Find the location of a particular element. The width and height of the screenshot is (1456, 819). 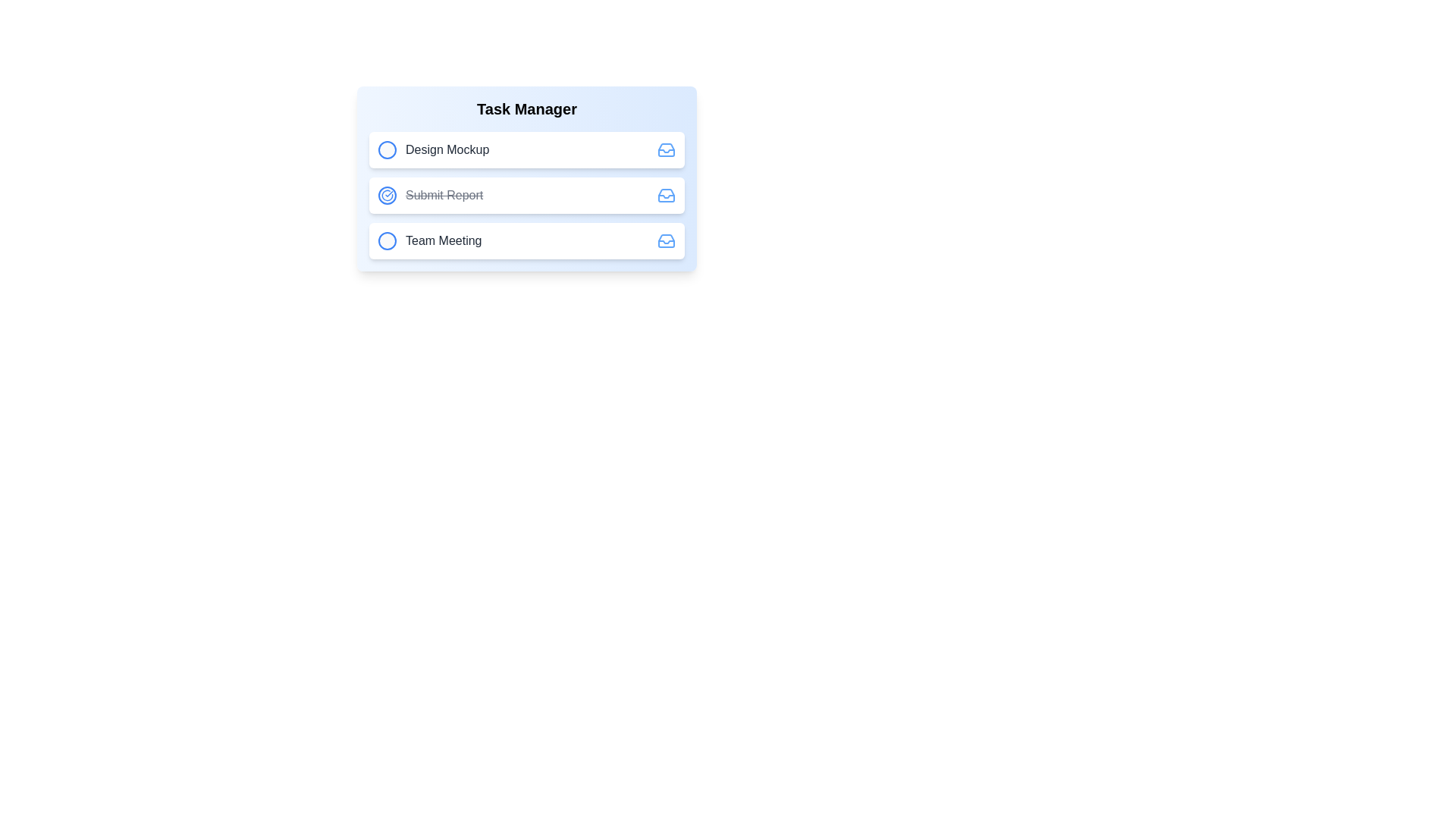

the task item to inspect its details is located at coordinates (527, 149).